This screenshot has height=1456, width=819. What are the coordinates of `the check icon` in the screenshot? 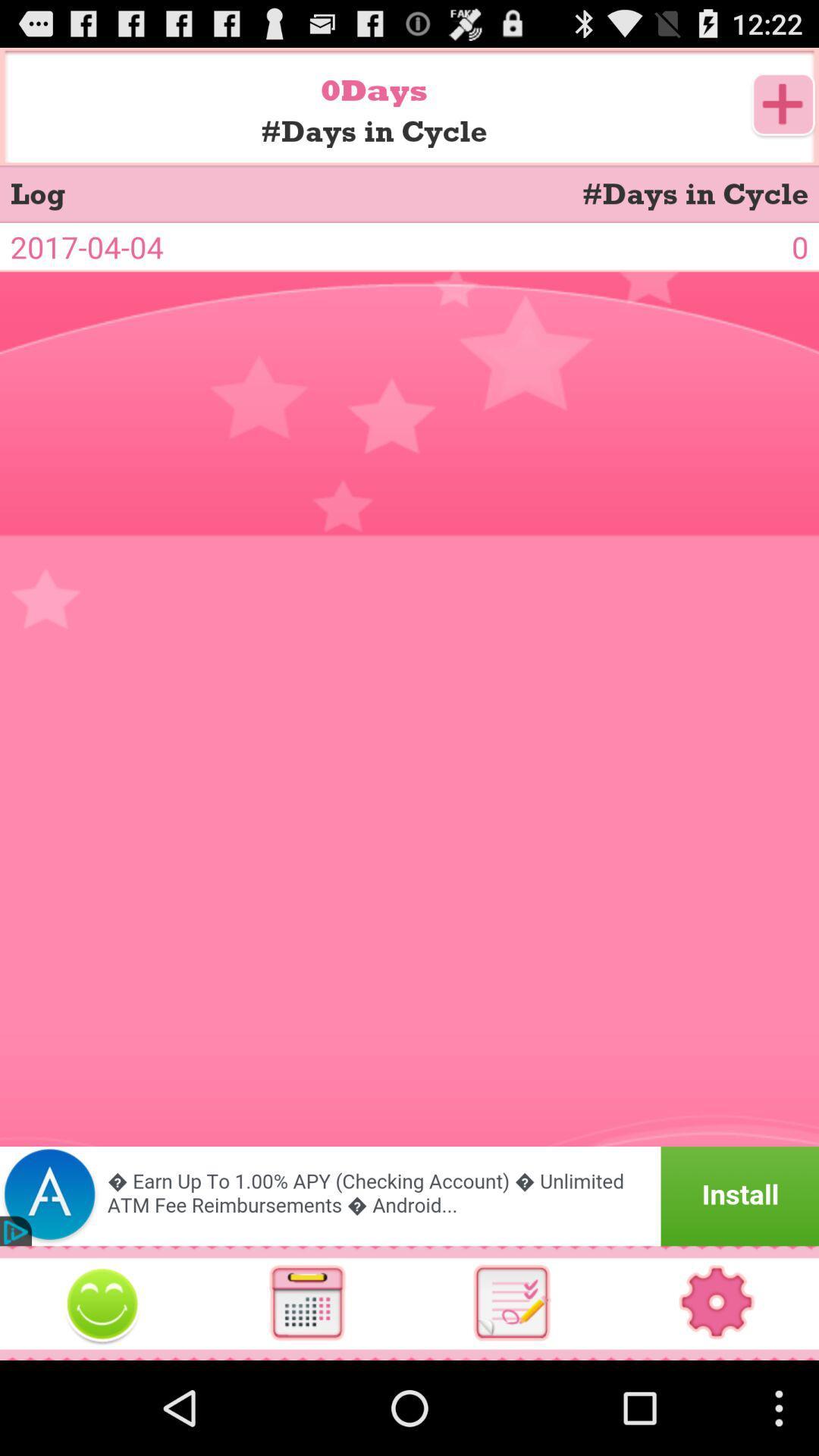 It's located at (512, 1394).